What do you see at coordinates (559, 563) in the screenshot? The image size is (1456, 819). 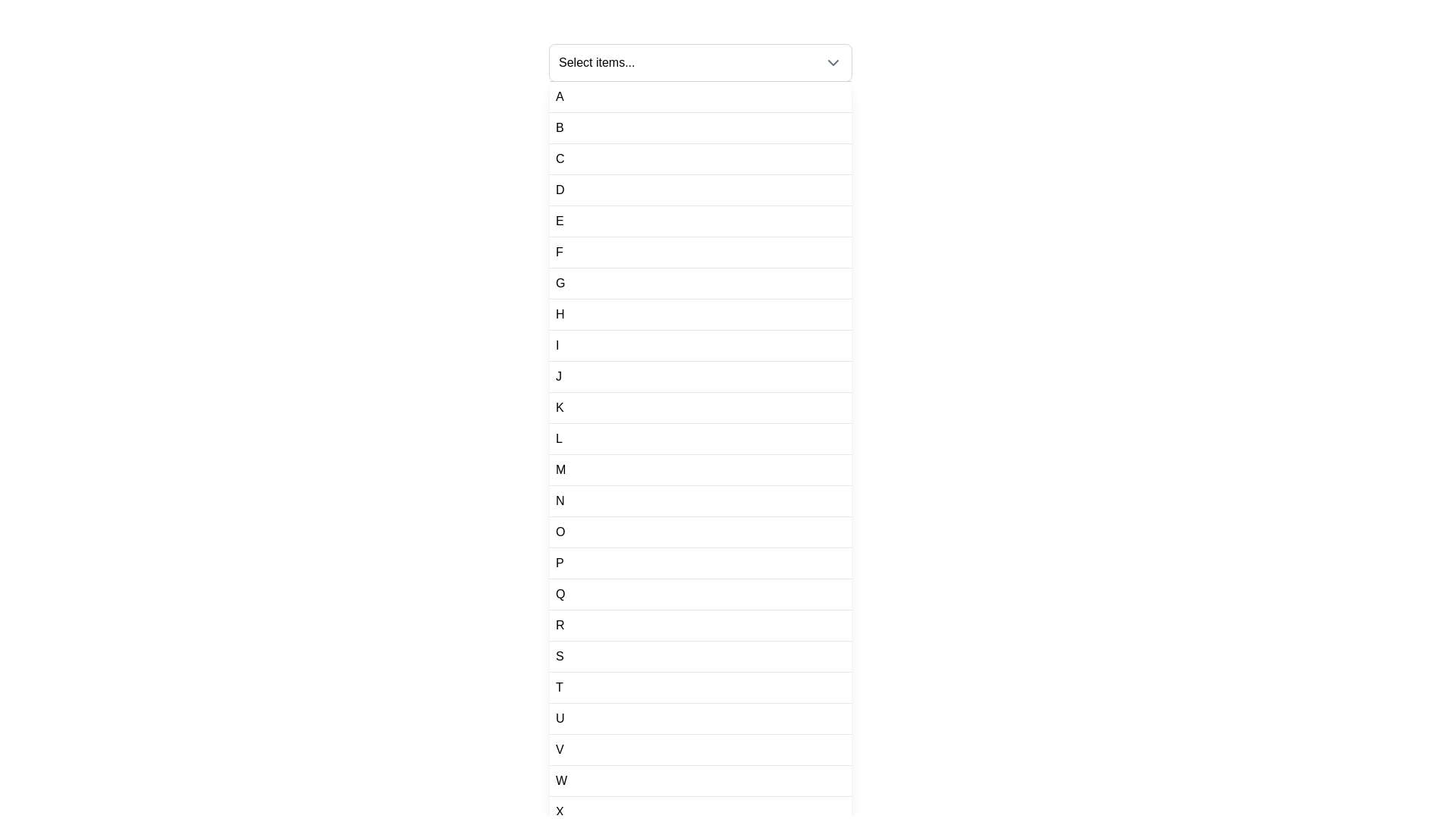 I see `the text element displaying the character 'P', which is positioned in the list between 'O' and 'Q'` at bounding box center [559, 563].